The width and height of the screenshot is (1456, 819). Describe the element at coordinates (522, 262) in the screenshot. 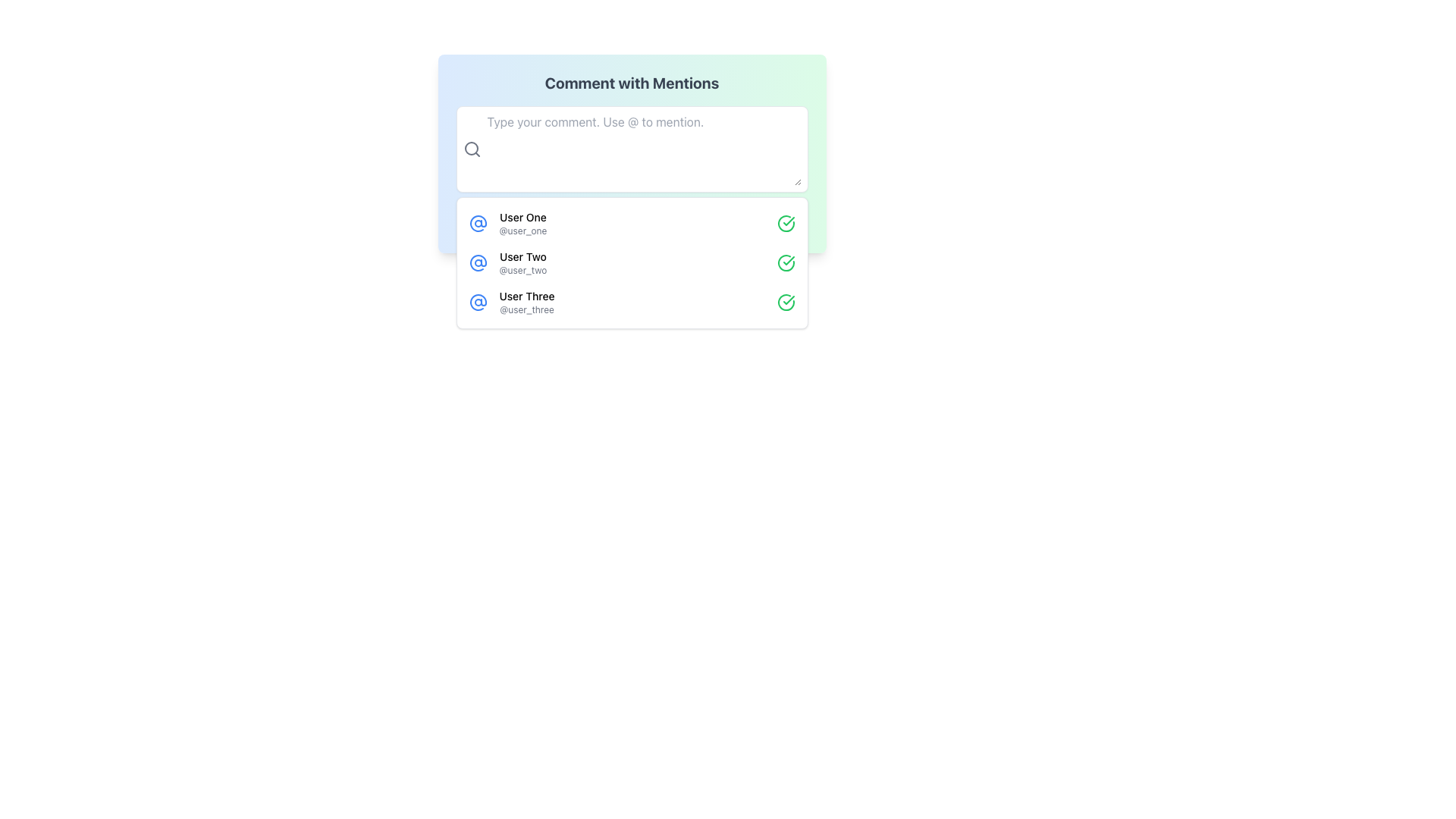

I see `the selectable list item displaying a user's profile name and handle, located in the second row of the user mentions list` at that location.